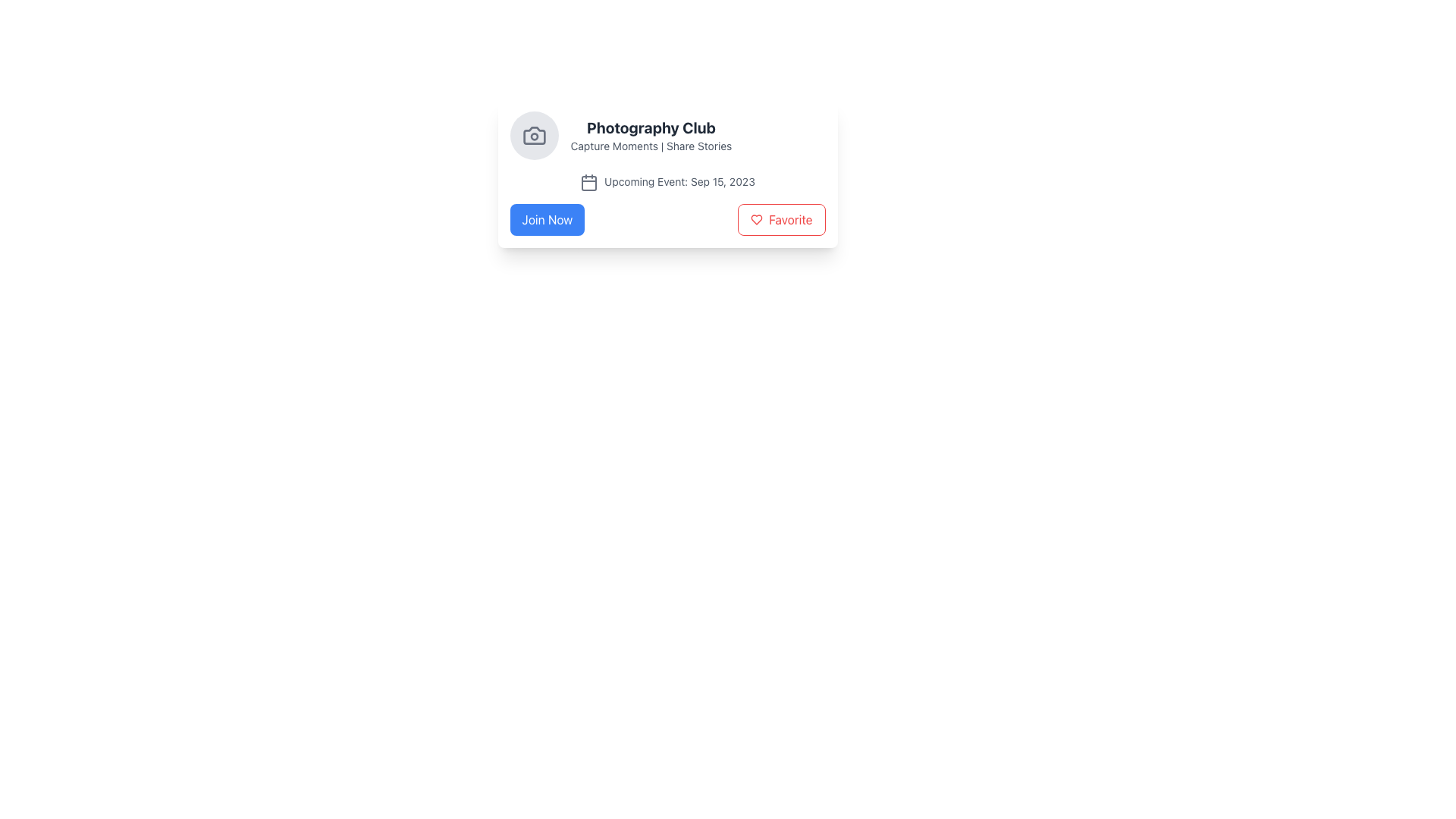 This screenshot has width=1456, height=819. I want to click on the Text block that displays 'Photography Club' and 'Capture Moments | Share Stories', which is positioned to the right of a circular camera icon, so click(651, 134).